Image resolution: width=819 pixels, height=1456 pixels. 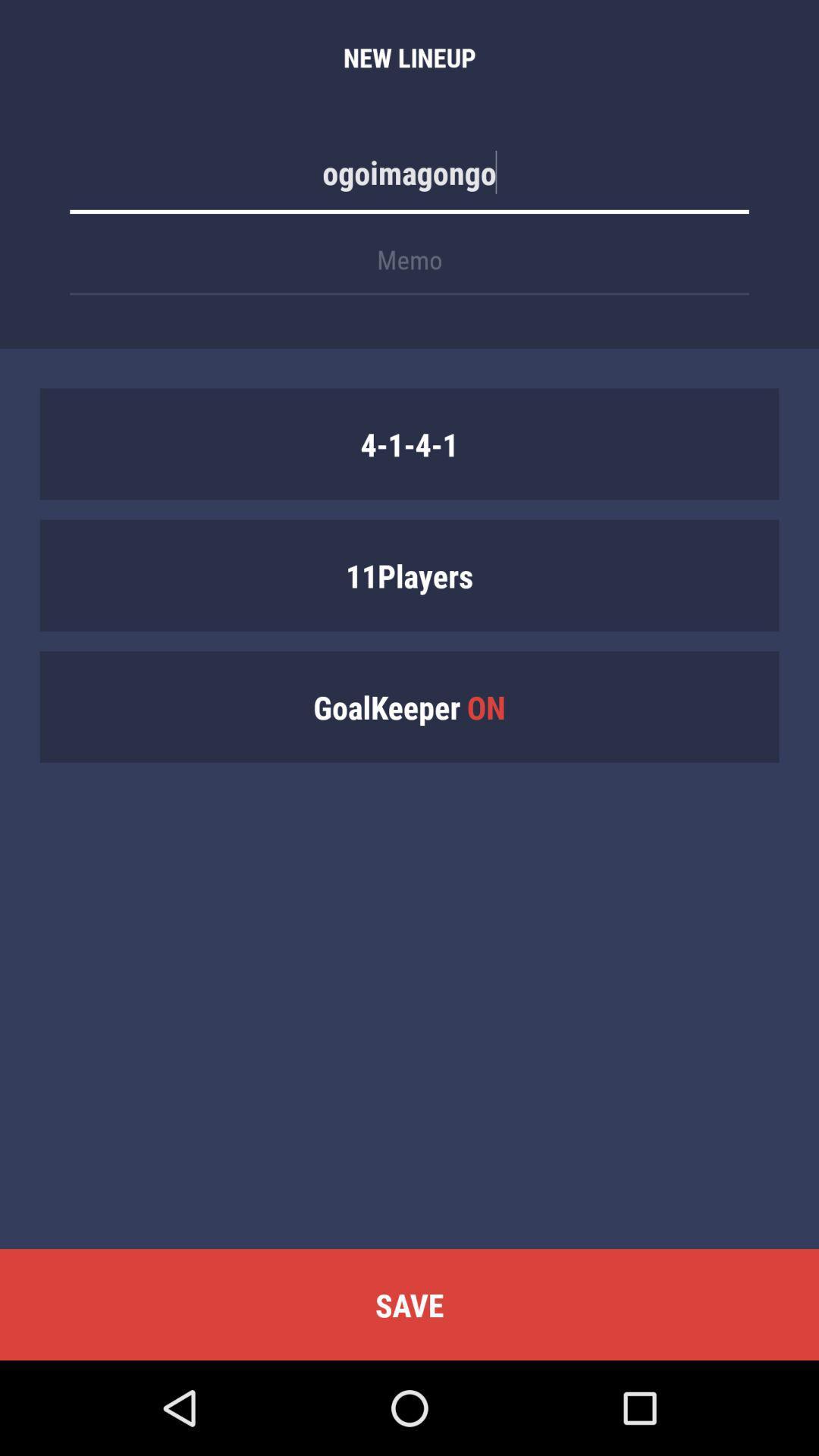 What do you see at coordinates (409, 180) in the screenshot?
I see `item below the new lineup` at bounding box center [409, 180].